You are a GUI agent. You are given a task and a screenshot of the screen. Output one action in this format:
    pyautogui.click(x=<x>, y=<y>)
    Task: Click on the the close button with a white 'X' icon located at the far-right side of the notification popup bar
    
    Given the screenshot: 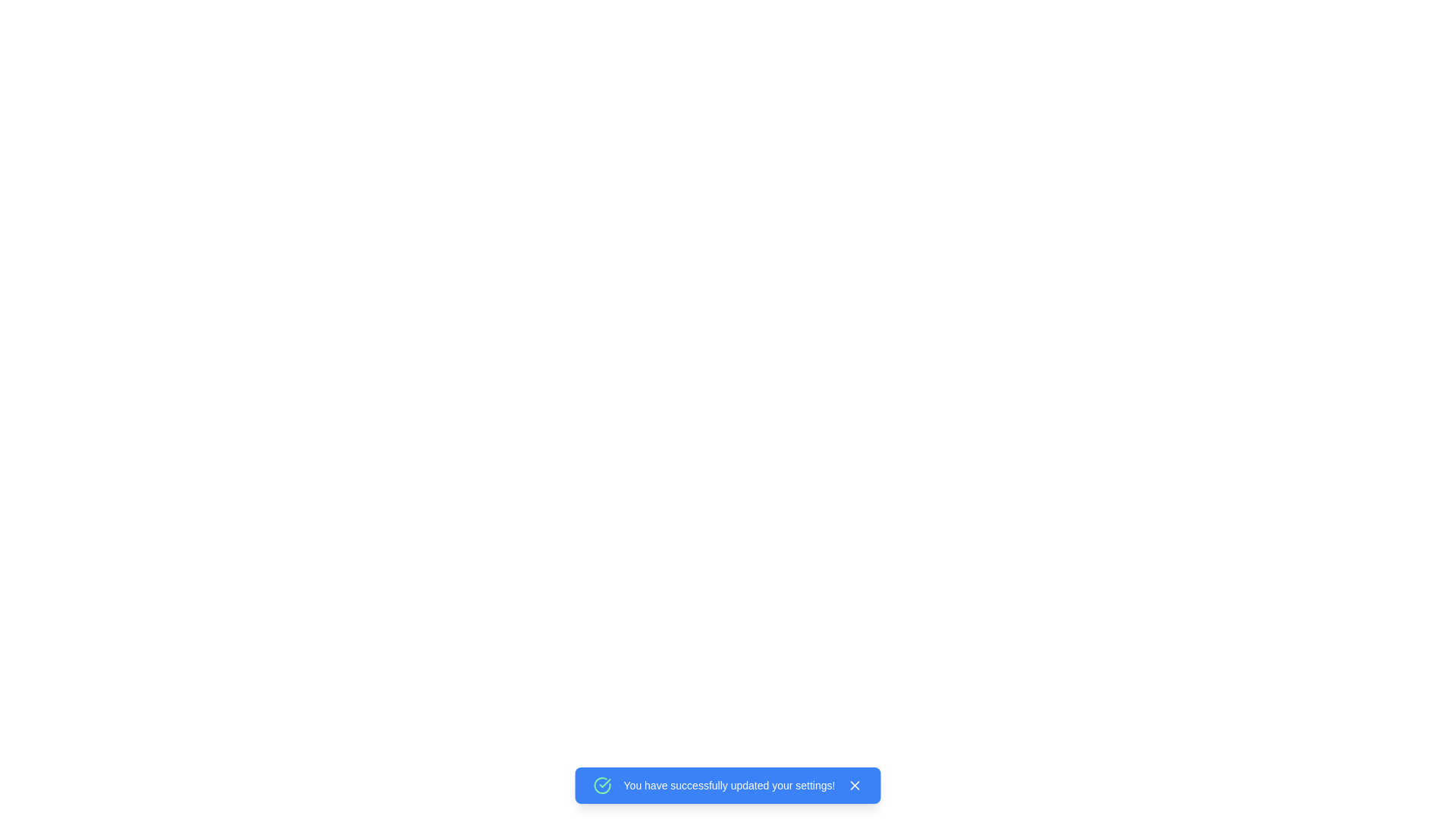 What is the action you would take?
    pyautogui.click(x=855, y=785)
    